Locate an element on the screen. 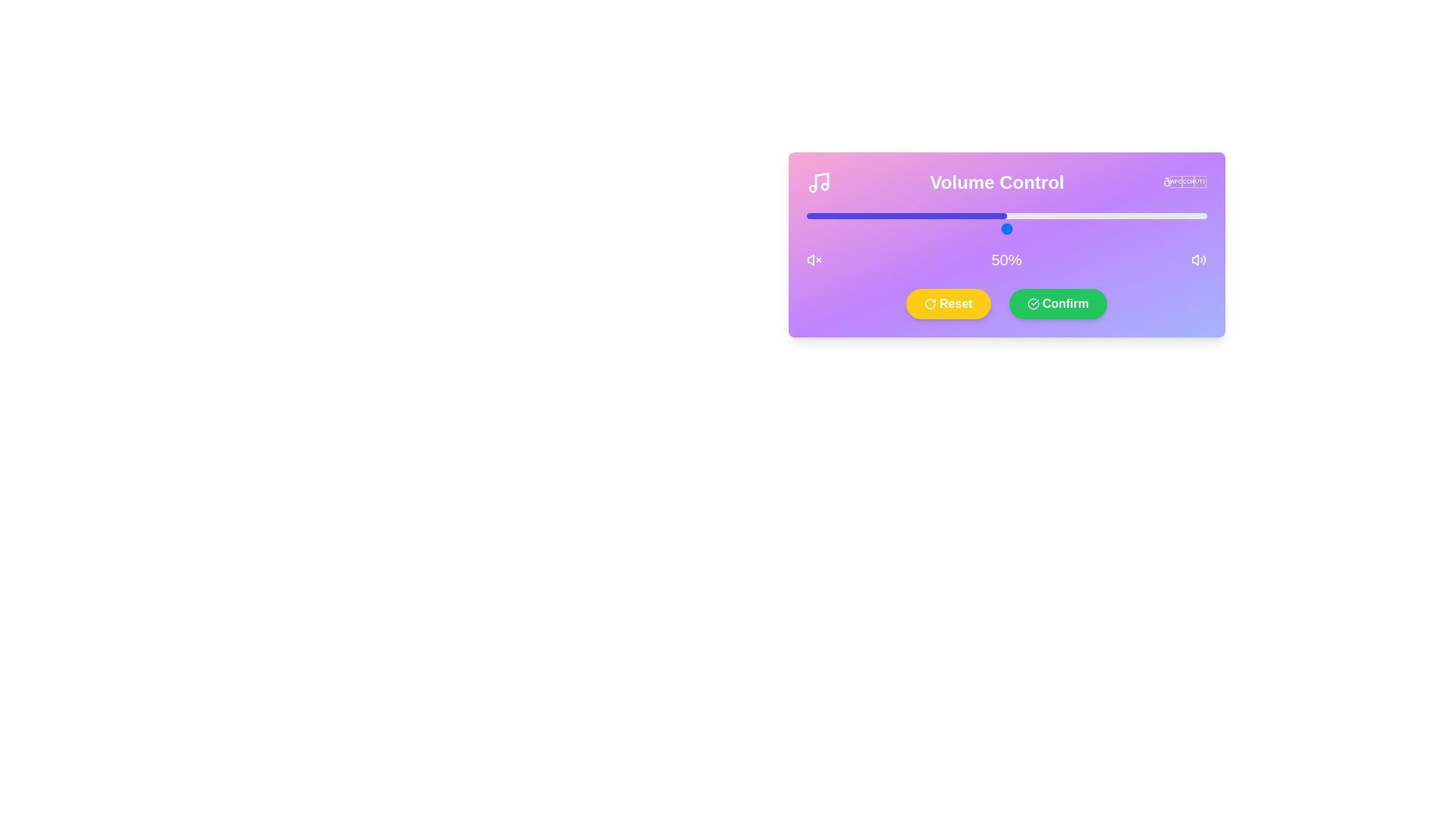 This screenshot has height=819, width=1456. the slider is located at coordinates (886, 228).